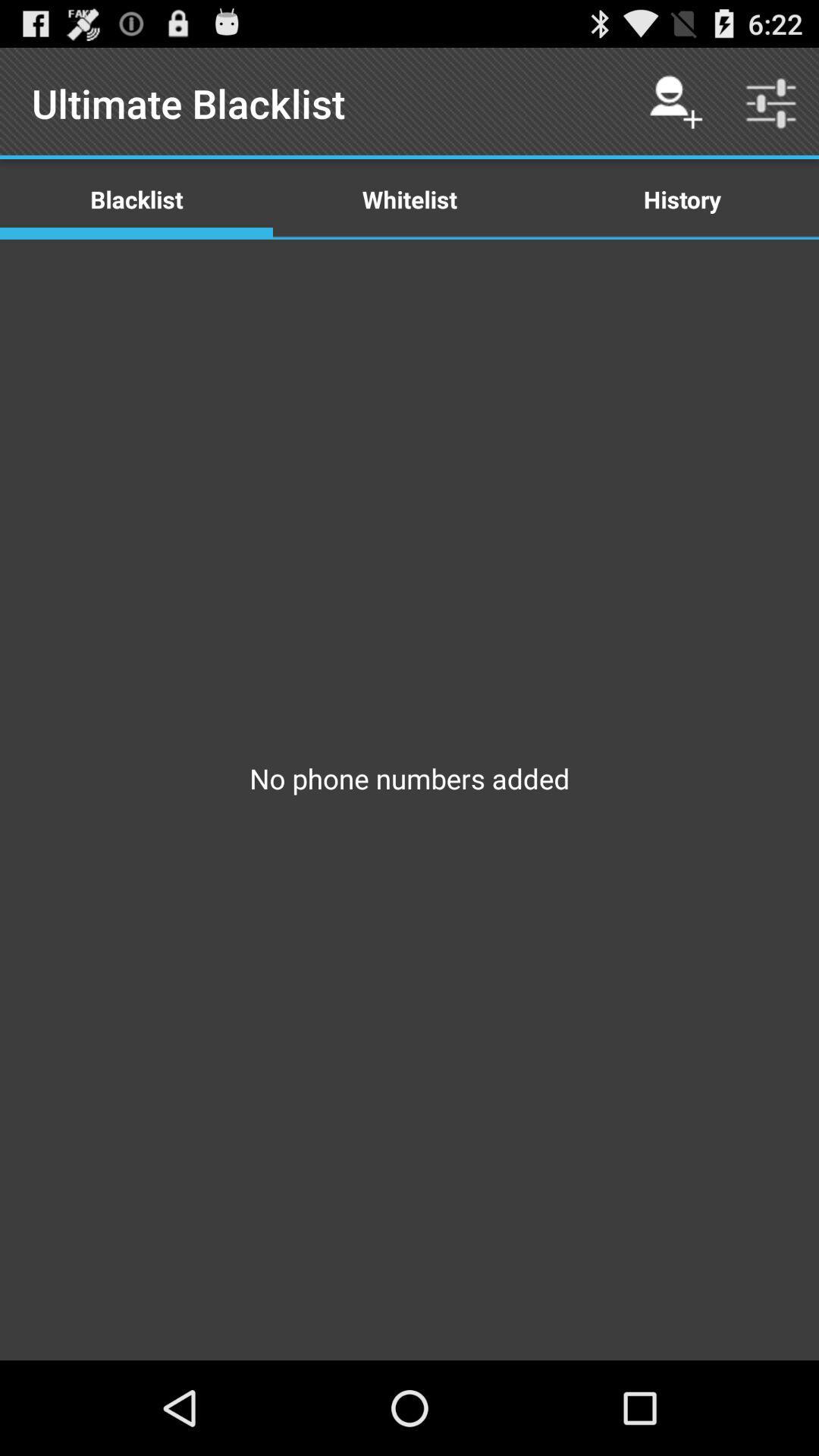 The image size is (819, 1456). What do you see at coordinates (675, 102) in the screenshot?
I see `the icon to the right of the whitelist` at bounding box center [675, 102].